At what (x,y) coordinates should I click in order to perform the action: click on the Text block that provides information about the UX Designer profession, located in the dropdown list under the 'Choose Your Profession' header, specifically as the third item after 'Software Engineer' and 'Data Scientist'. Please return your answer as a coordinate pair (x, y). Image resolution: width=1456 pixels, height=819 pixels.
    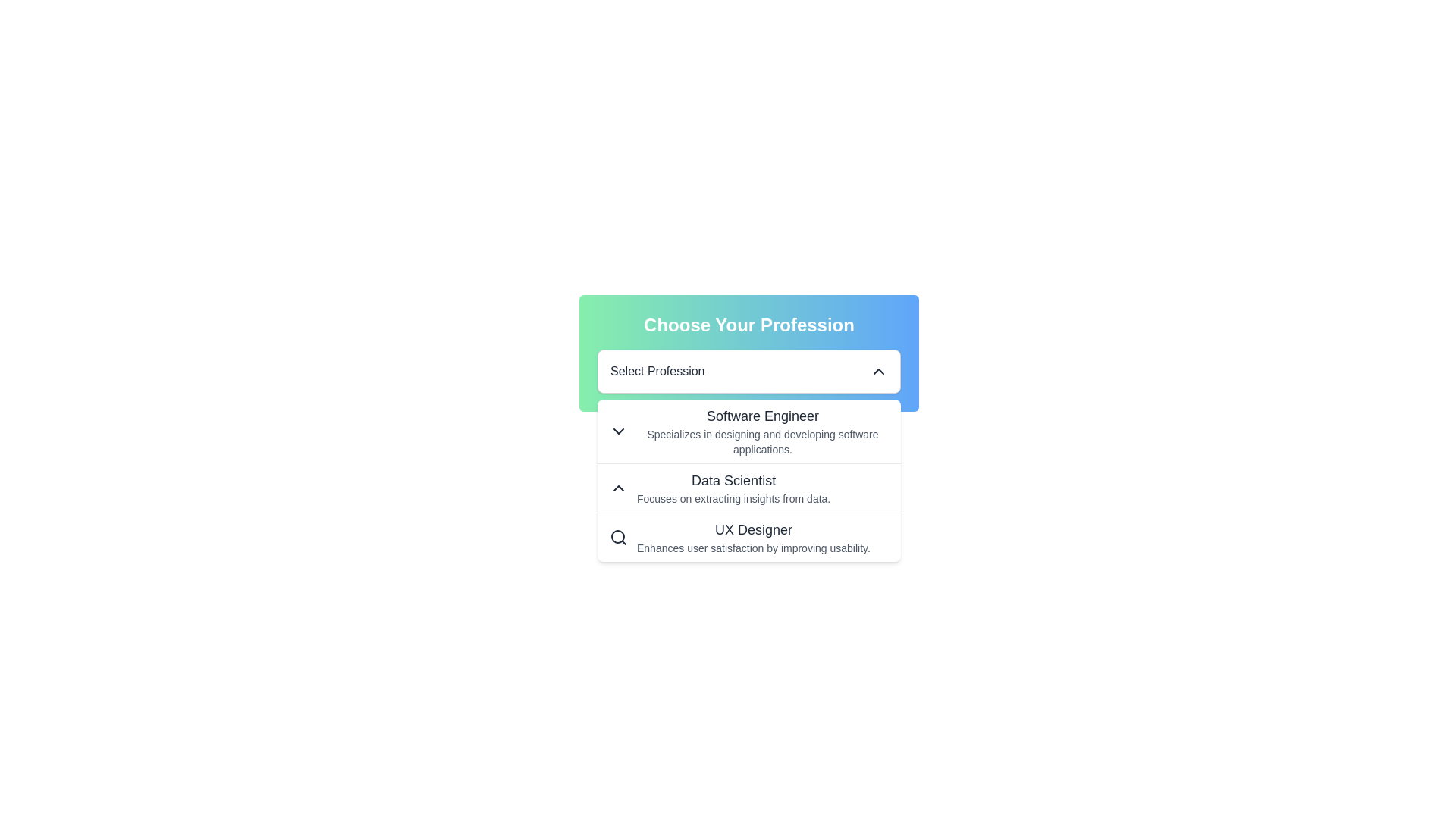
    Looking at the image, I should click on (753, 537).